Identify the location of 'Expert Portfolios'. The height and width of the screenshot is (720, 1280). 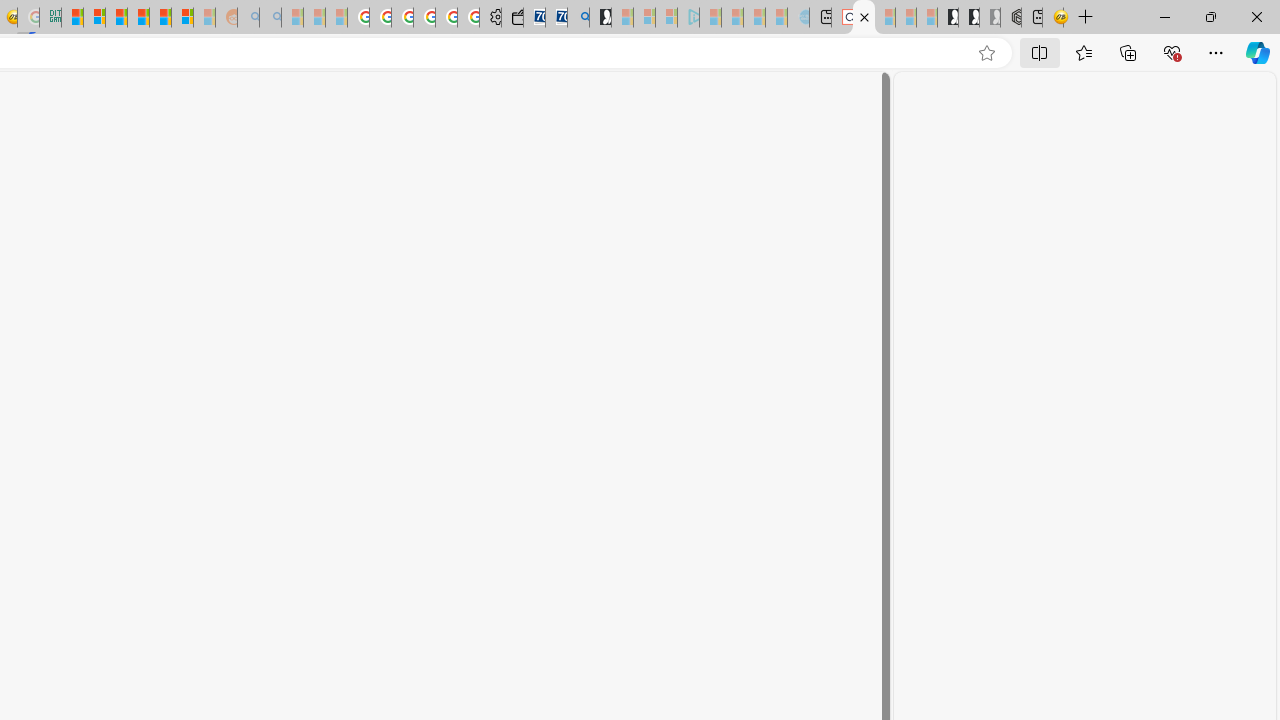
(137, 17).